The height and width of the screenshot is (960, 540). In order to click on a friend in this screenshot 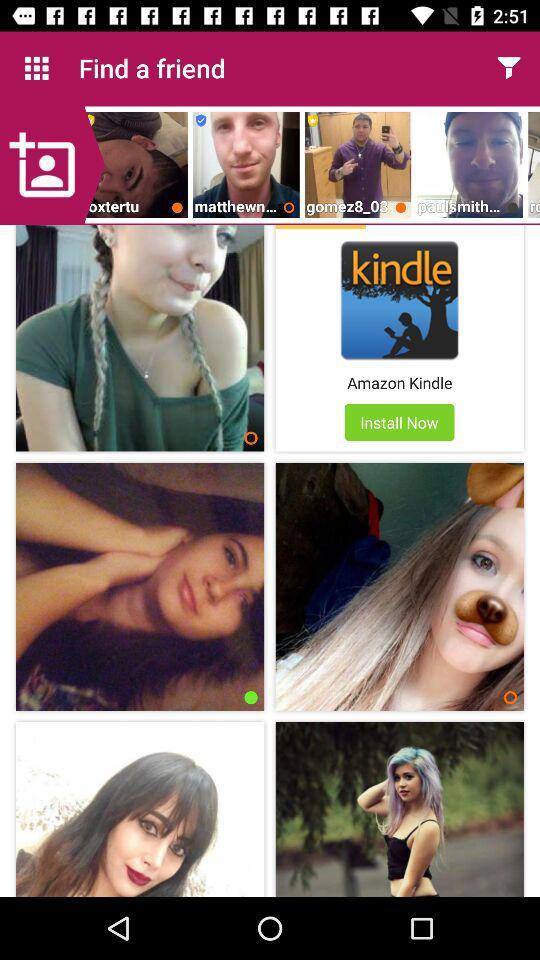, I will do `click(52, 164)`.